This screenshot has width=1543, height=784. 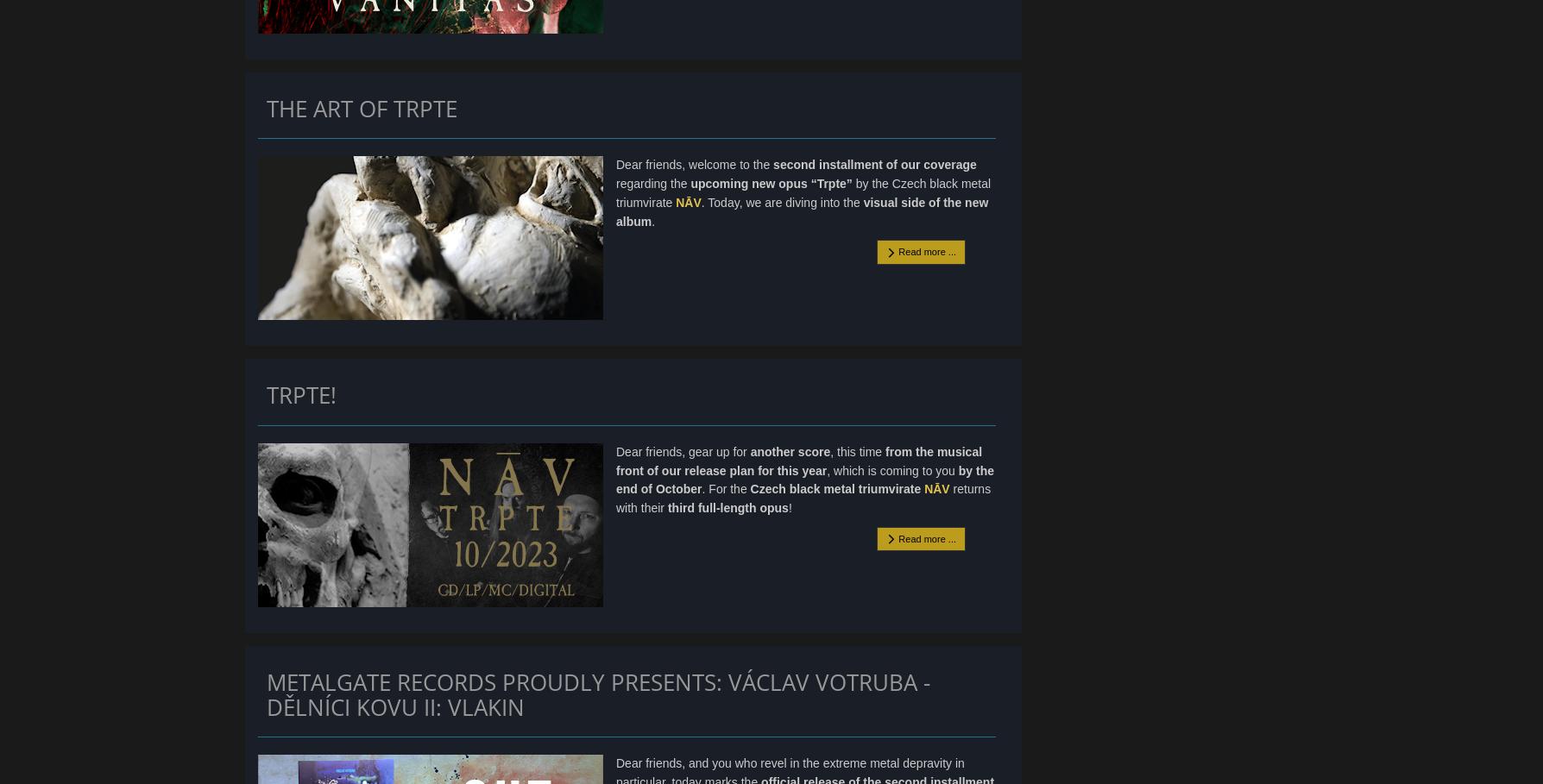 What do you see at coordinates (790, 451) in the screenshot?
I see `'another score'` at bounding box center [790, 451].